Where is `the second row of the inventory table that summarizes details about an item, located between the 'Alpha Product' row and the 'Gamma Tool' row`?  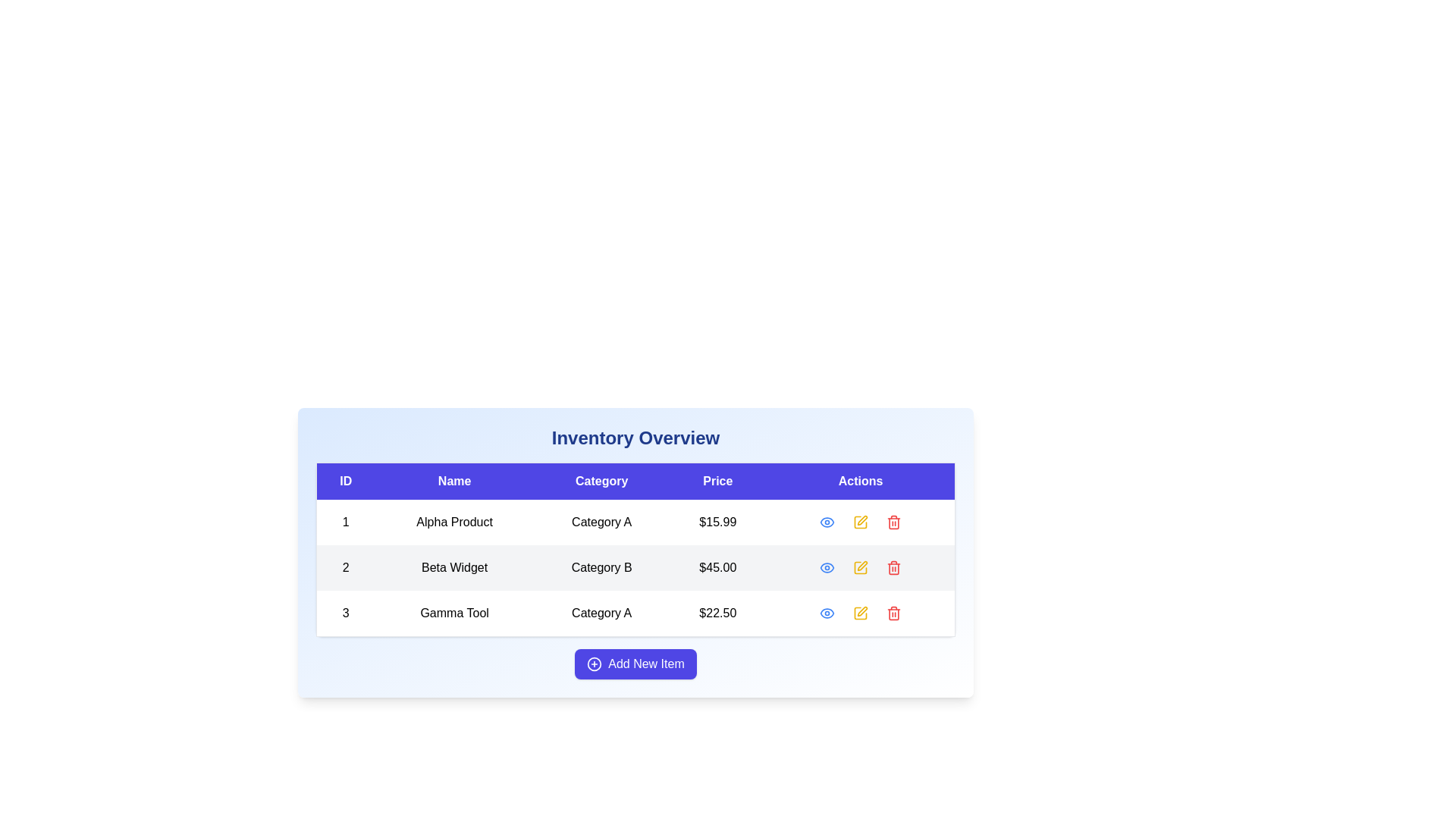
the second row of the inventory table that summarizes details about an item, located between the 'Alpha Product' row and the 'Gamma Tool' row is located at coordinates (635, 567).